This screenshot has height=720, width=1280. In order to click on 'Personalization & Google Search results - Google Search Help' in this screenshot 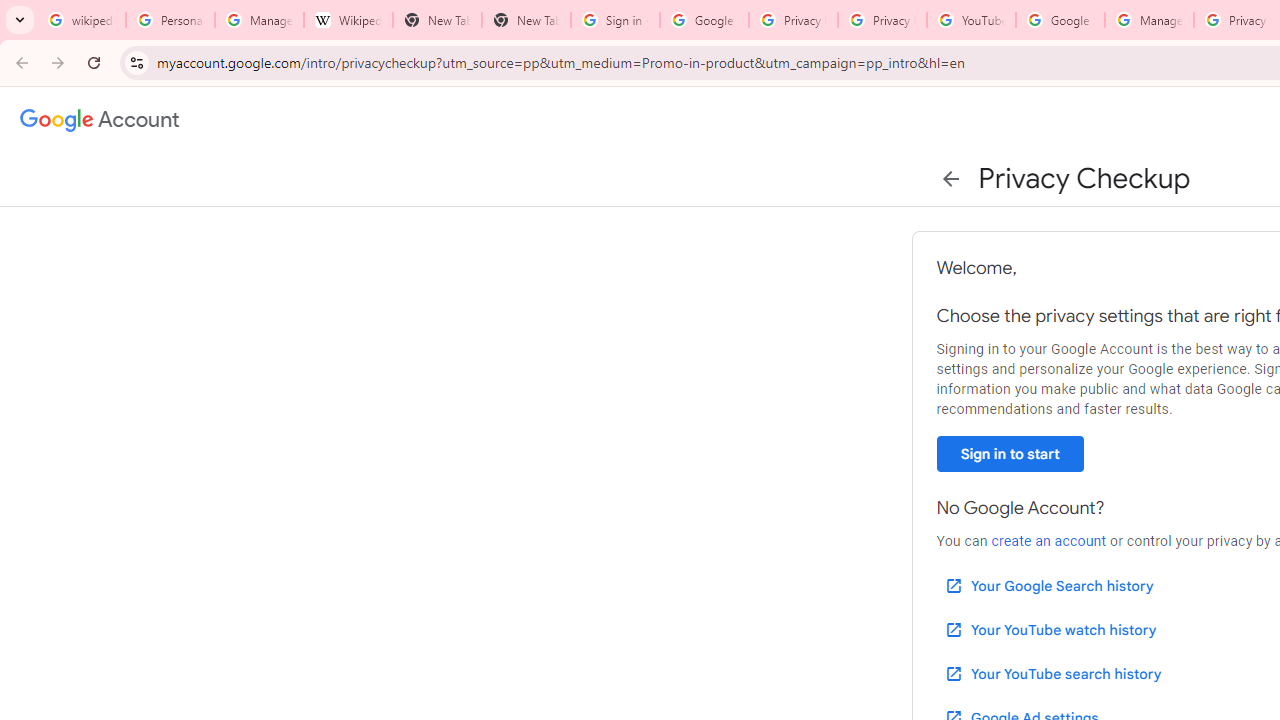, I will do `click(170, 20)`.